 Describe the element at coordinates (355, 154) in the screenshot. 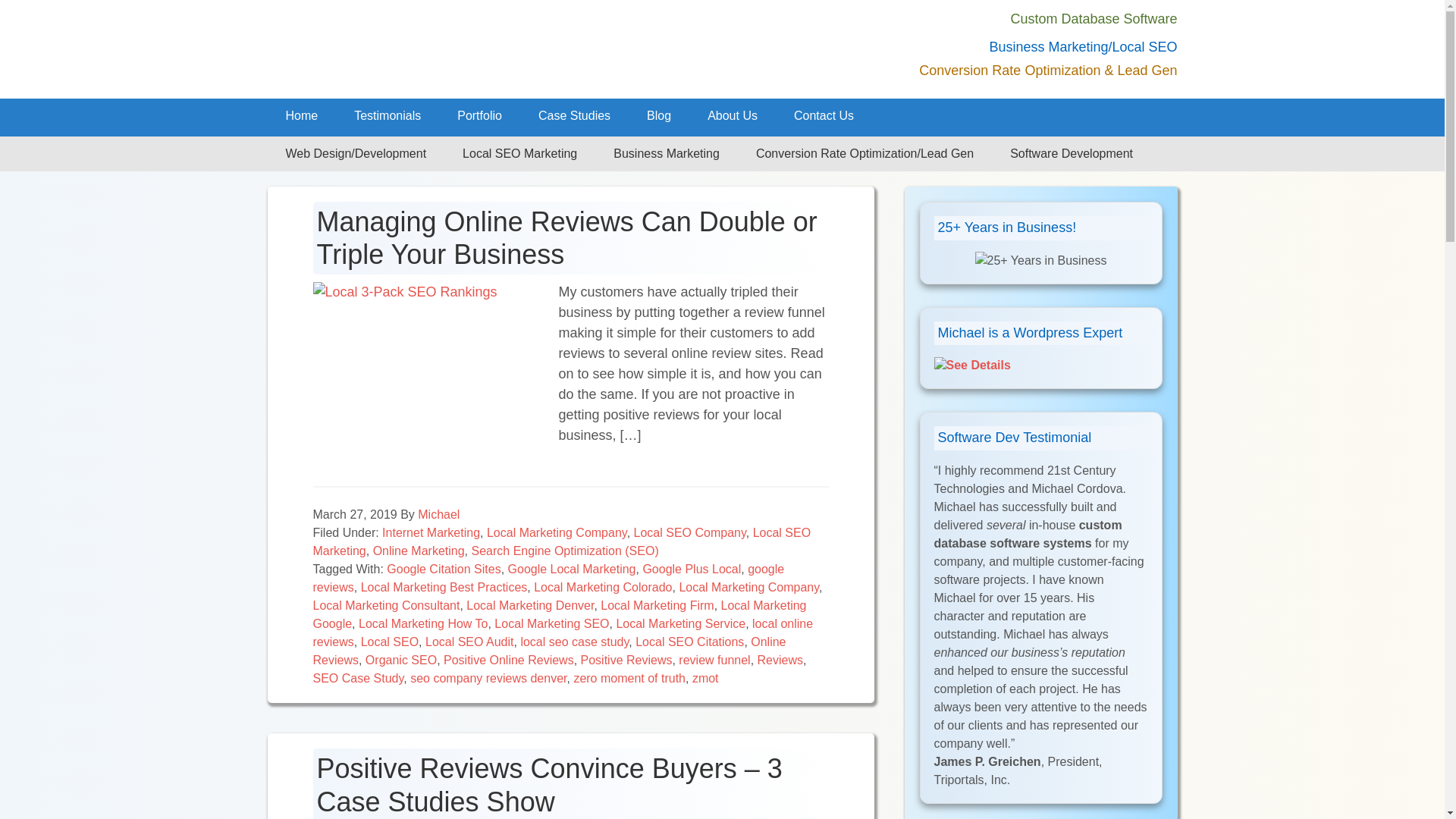

I see `'Web Design/Development'` at that location.